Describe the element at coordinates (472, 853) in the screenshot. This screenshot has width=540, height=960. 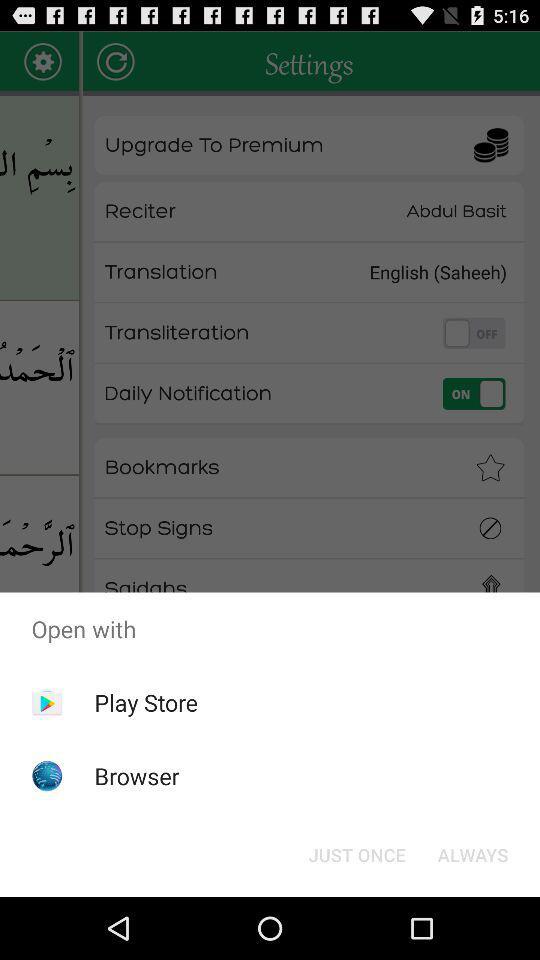
I see `the item next to the just once item` at that location.